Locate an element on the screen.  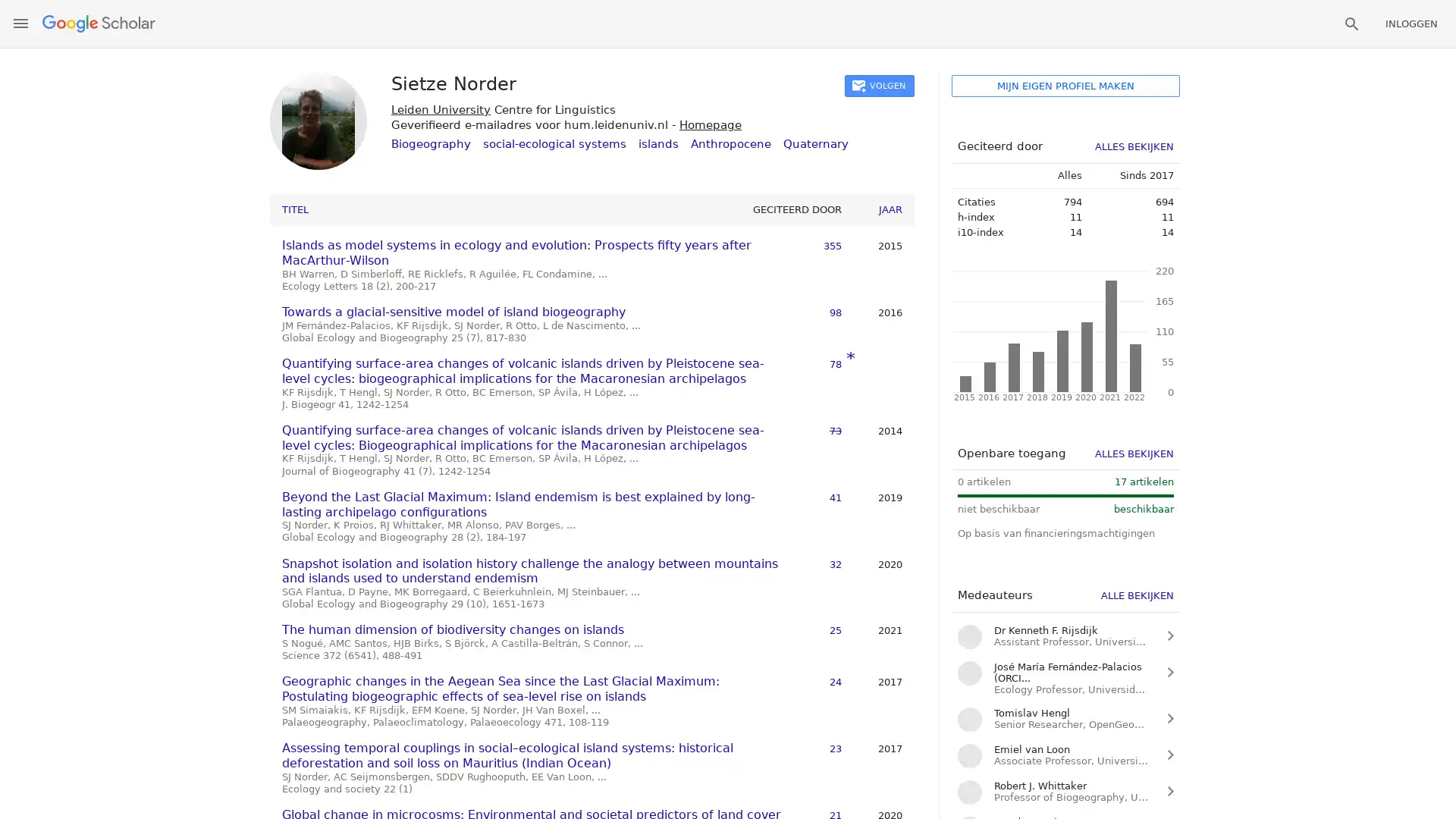
VOLGEN is located at coordinates (880, 86).